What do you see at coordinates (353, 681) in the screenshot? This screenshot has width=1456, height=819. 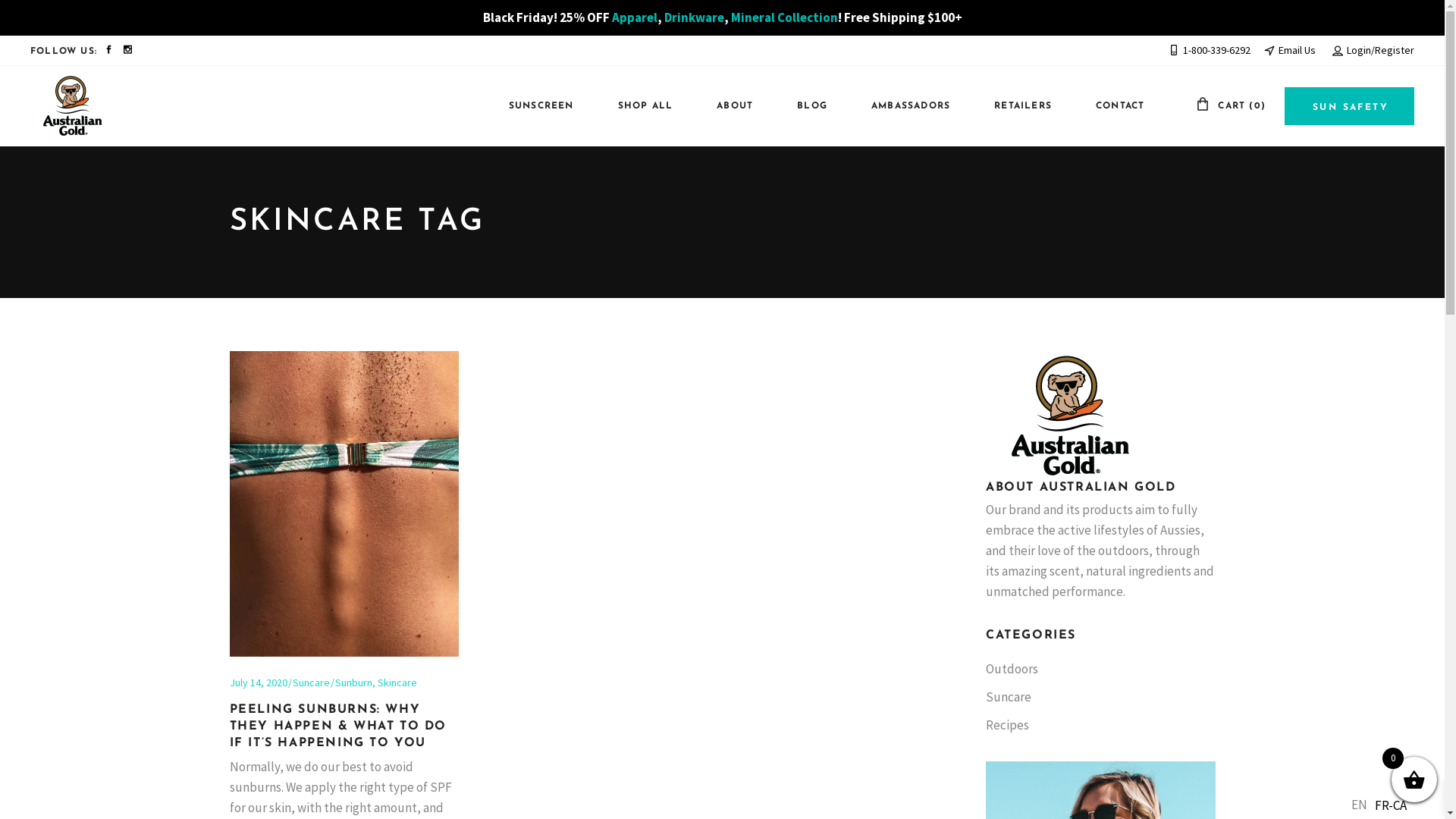 I see `'Sunburn'` at bounding box center [353, 681].